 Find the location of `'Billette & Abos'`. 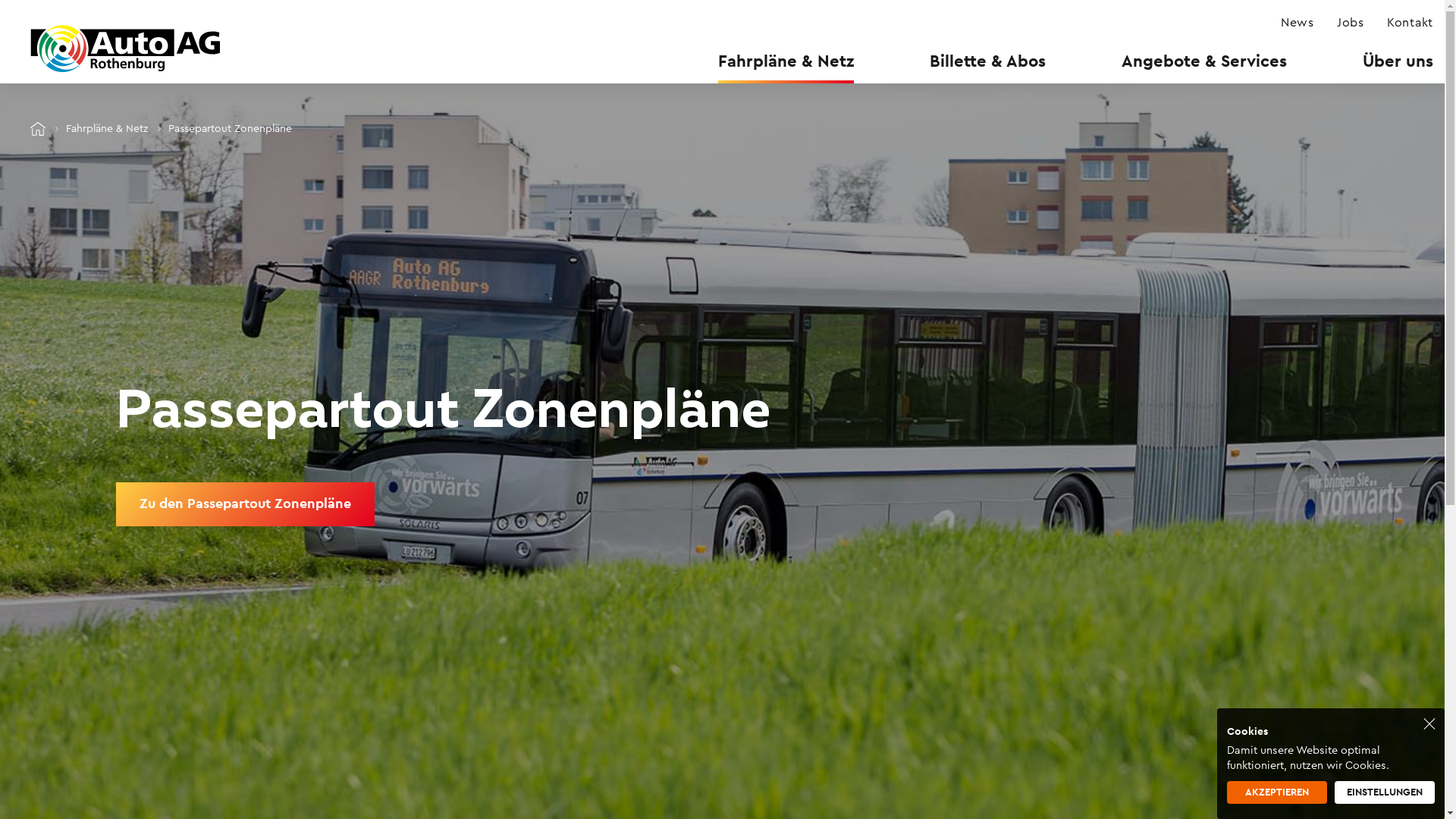

'Billette & Abos' is located at coordinates (987, 60).